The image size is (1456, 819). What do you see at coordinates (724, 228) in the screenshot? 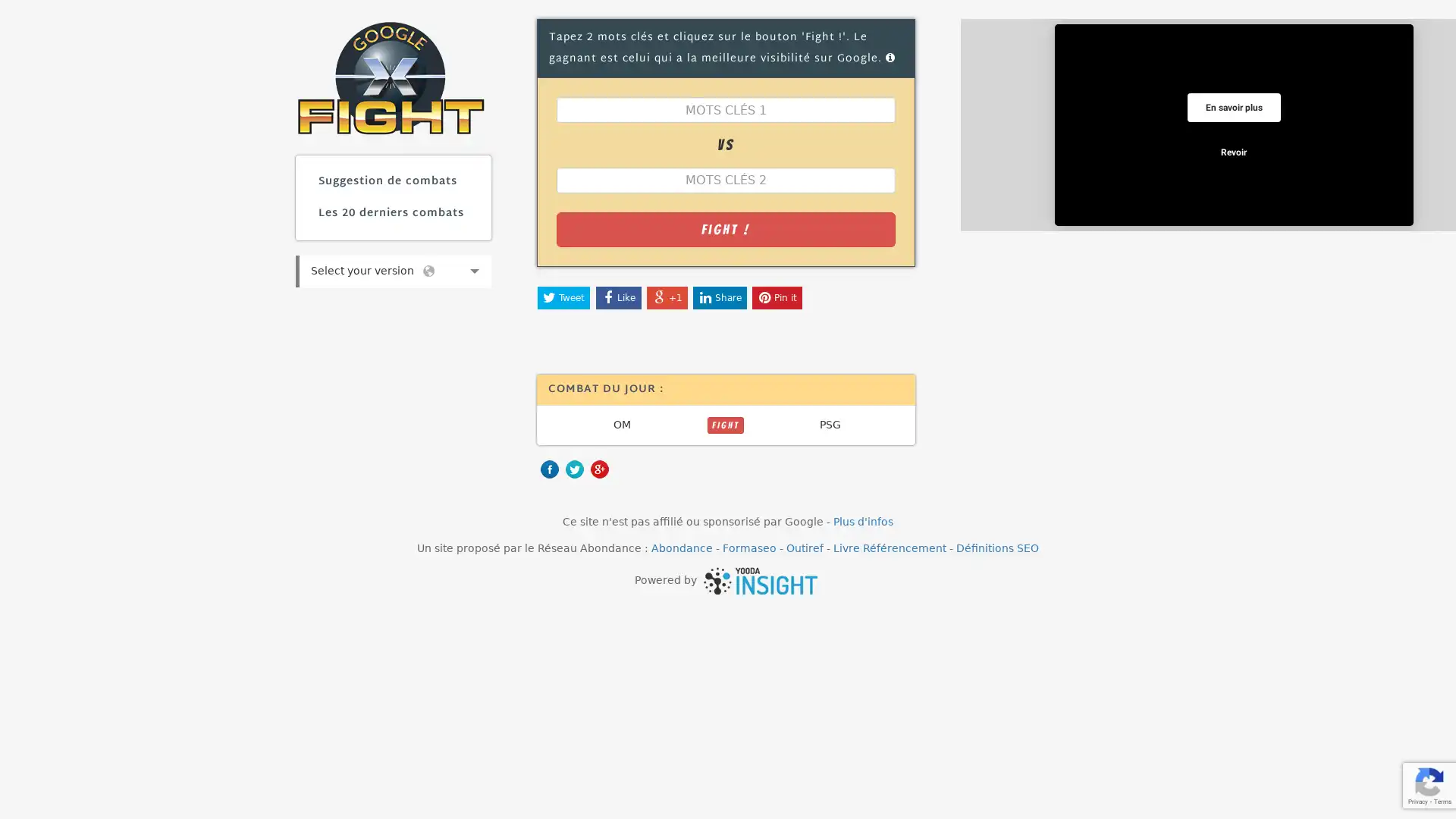
I see `Fight !` at bounding box center [724, 228].